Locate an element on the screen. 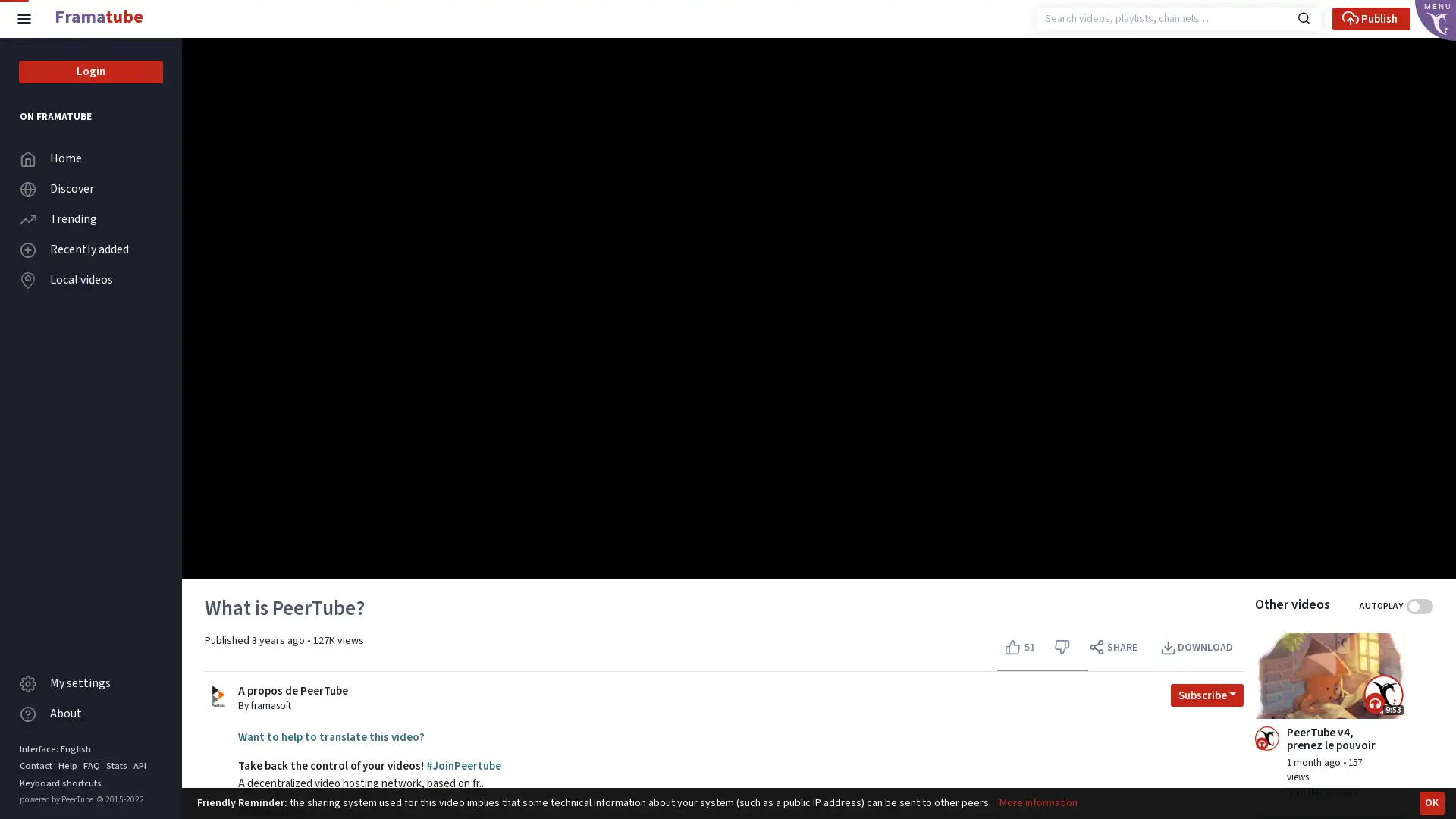 Image resolution: width=1456 pixels, height=819 pixels. Interface: English is located at coordinates (55, 748).